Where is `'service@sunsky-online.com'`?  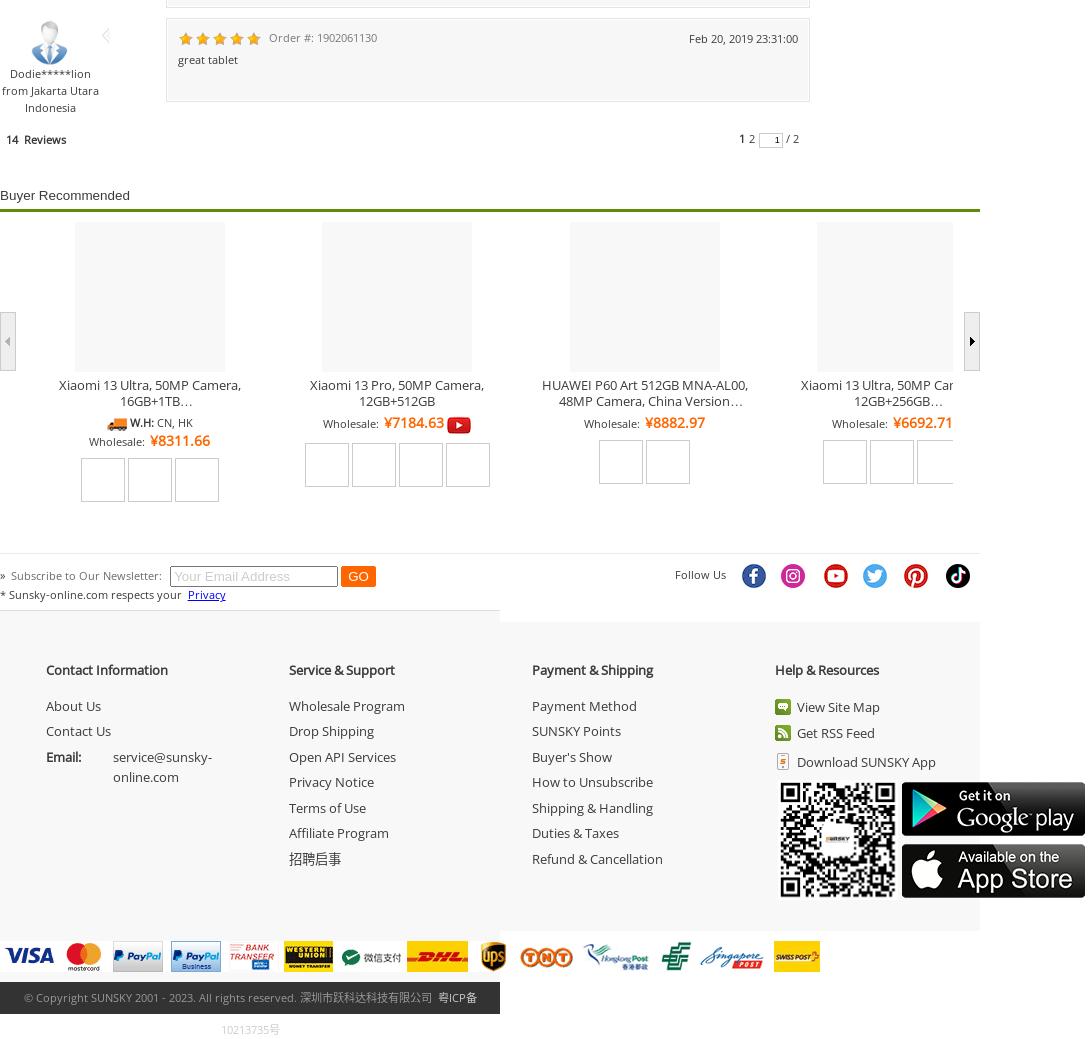
'service@sunsky-online.com' is located at coordinates (161, 764).